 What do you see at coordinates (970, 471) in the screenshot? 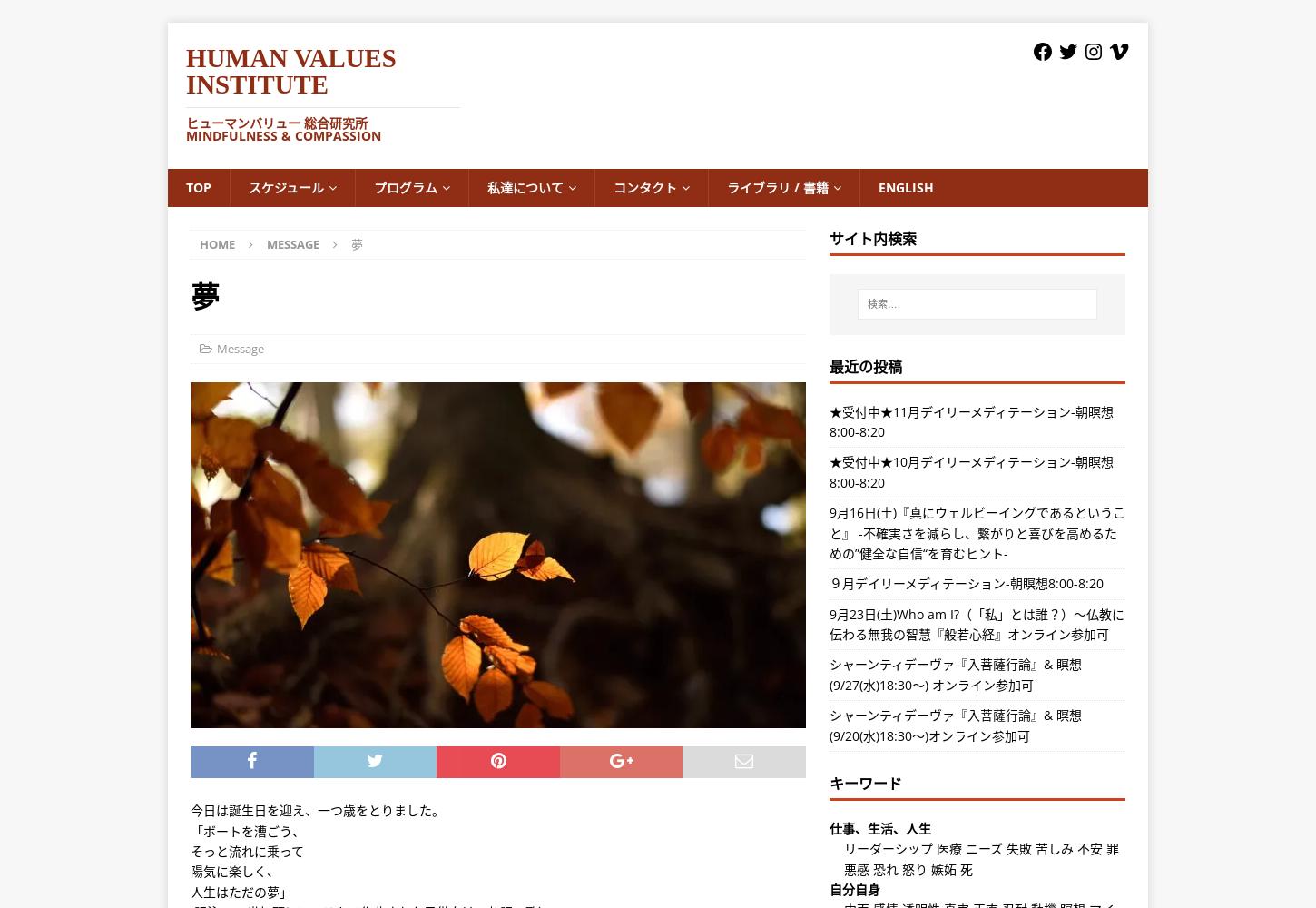
I see `'★受付中★10月デイリーメディテーション-朝瞑想8:00-8:20'` at bounding box center [970, 471].